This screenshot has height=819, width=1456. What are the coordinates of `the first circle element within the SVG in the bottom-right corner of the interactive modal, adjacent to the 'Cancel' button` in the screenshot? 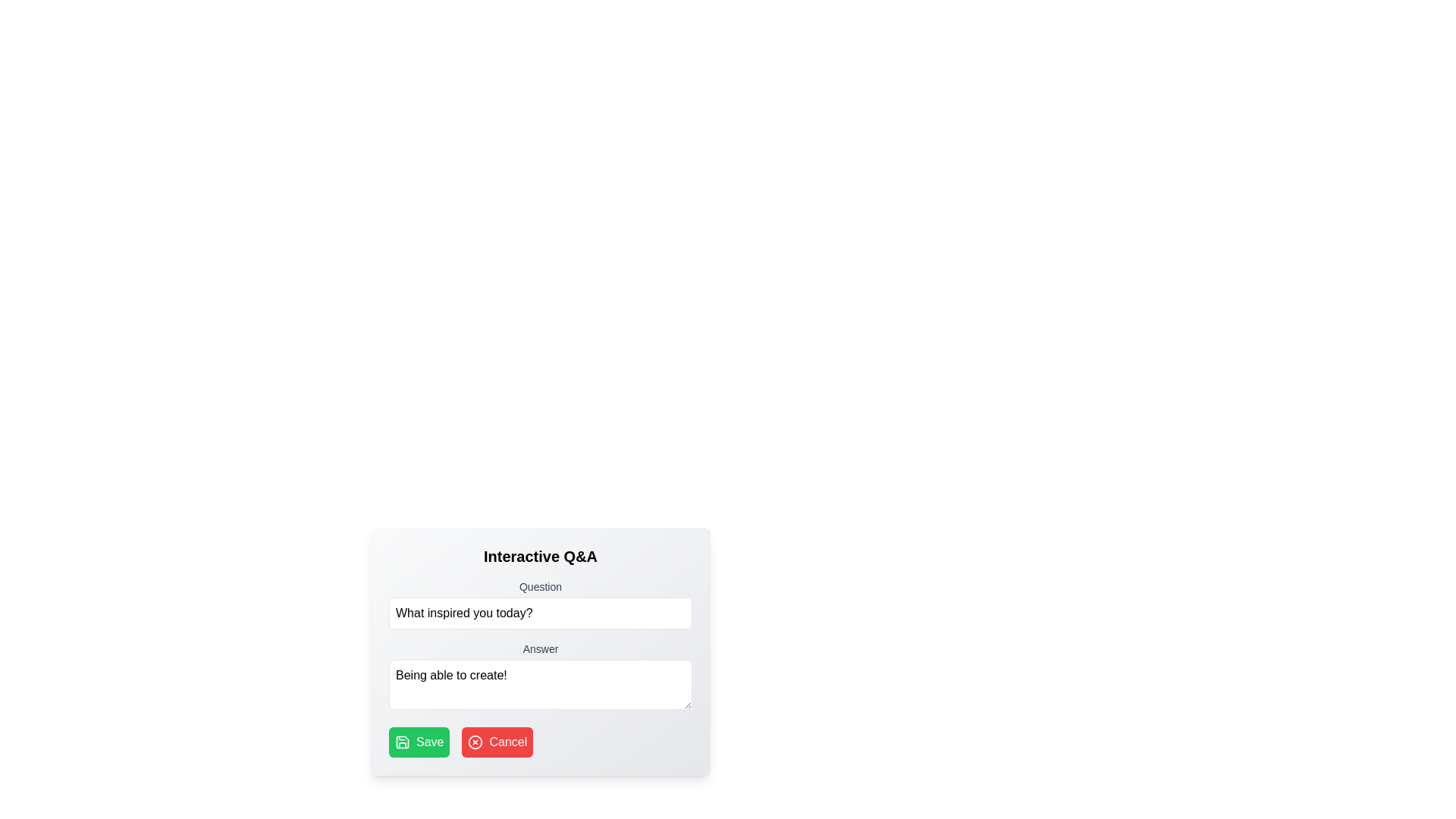 It's located at (475, 742).